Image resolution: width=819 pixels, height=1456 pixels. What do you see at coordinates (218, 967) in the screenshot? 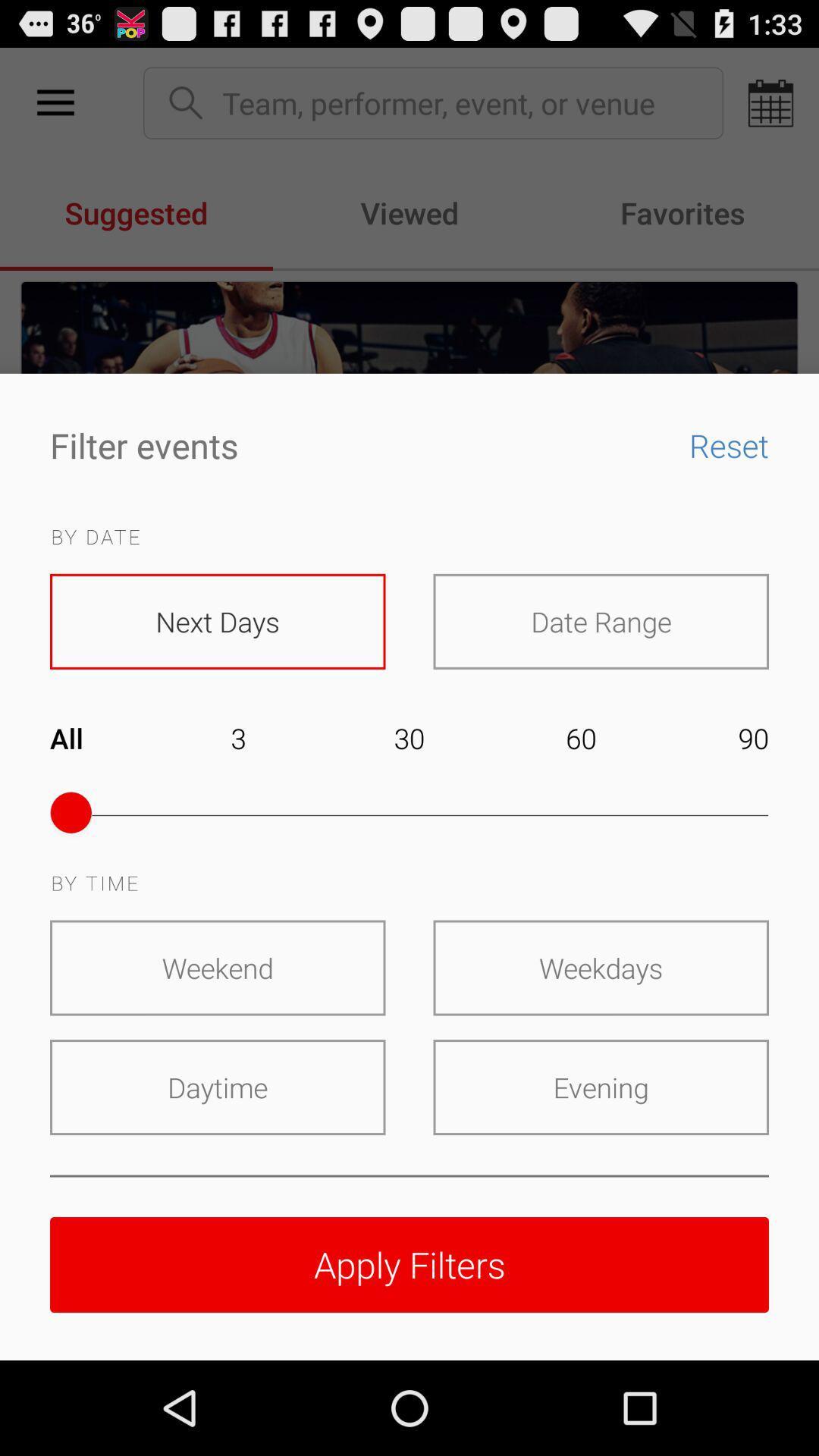
I see `weekend item` at bounding box center [218, 967].